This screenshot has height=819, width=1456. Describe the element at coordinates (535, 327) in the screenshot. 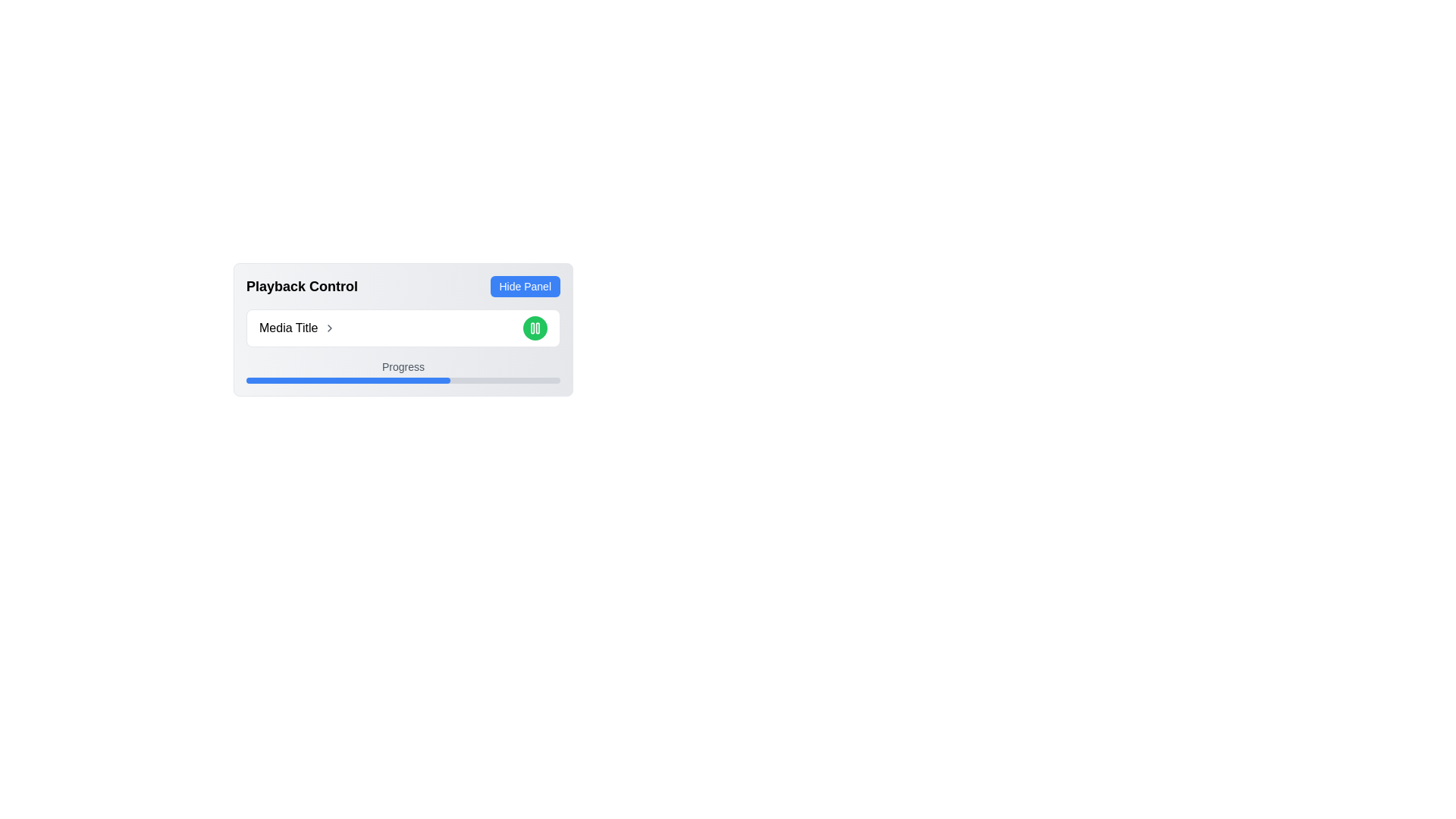

I see `the minimalistic Pause Icon, which is a white symbol with two vertical bars on a green circular background` at that location.